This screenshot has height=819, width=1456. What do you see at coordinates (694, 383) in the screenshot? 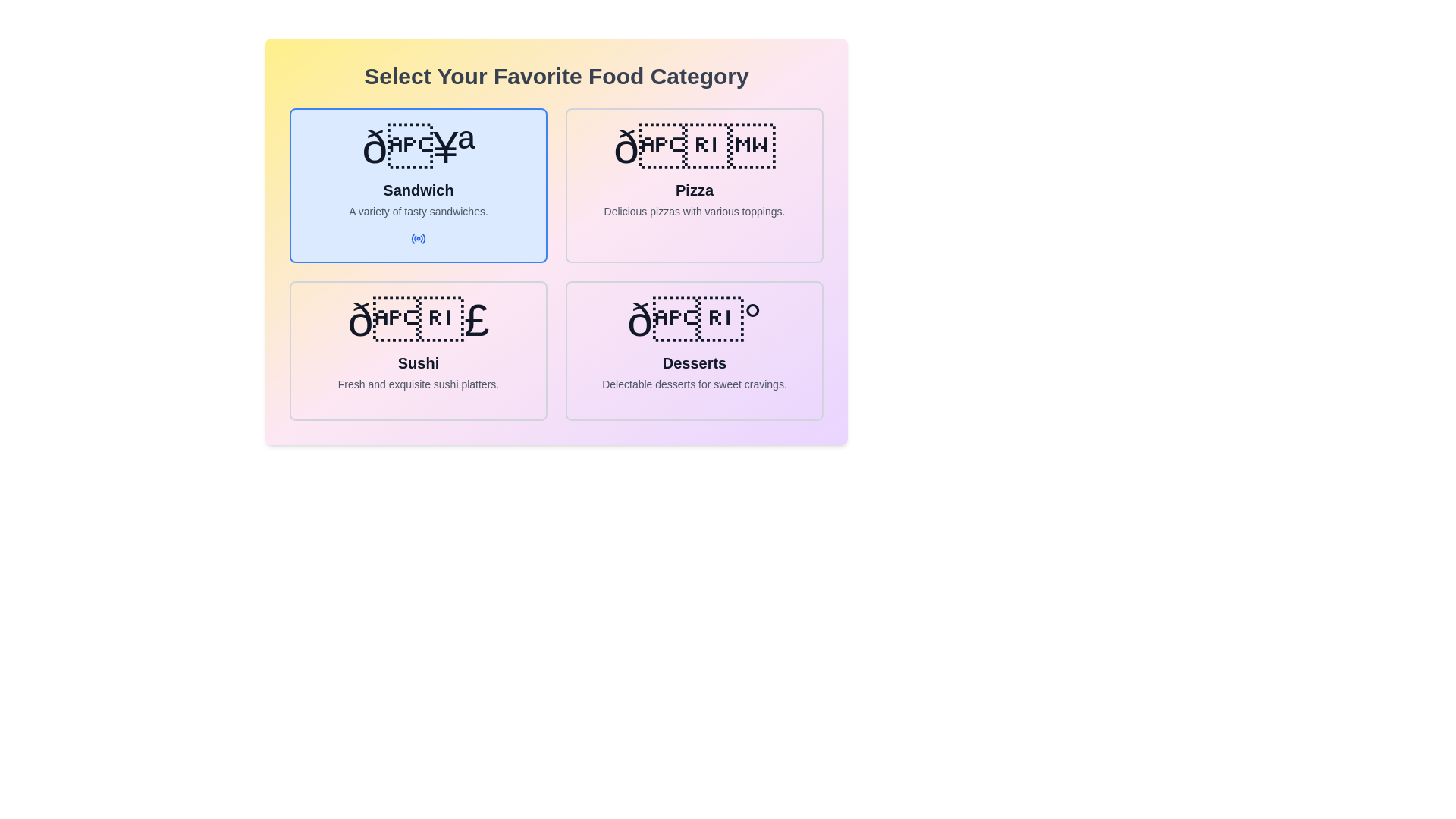
I see `the textual description 'Delectable desserts for sweet cravings.' located below the 'Desserts' heading in the lower-right card of the food categories grid` at bounding box center [694, 383].